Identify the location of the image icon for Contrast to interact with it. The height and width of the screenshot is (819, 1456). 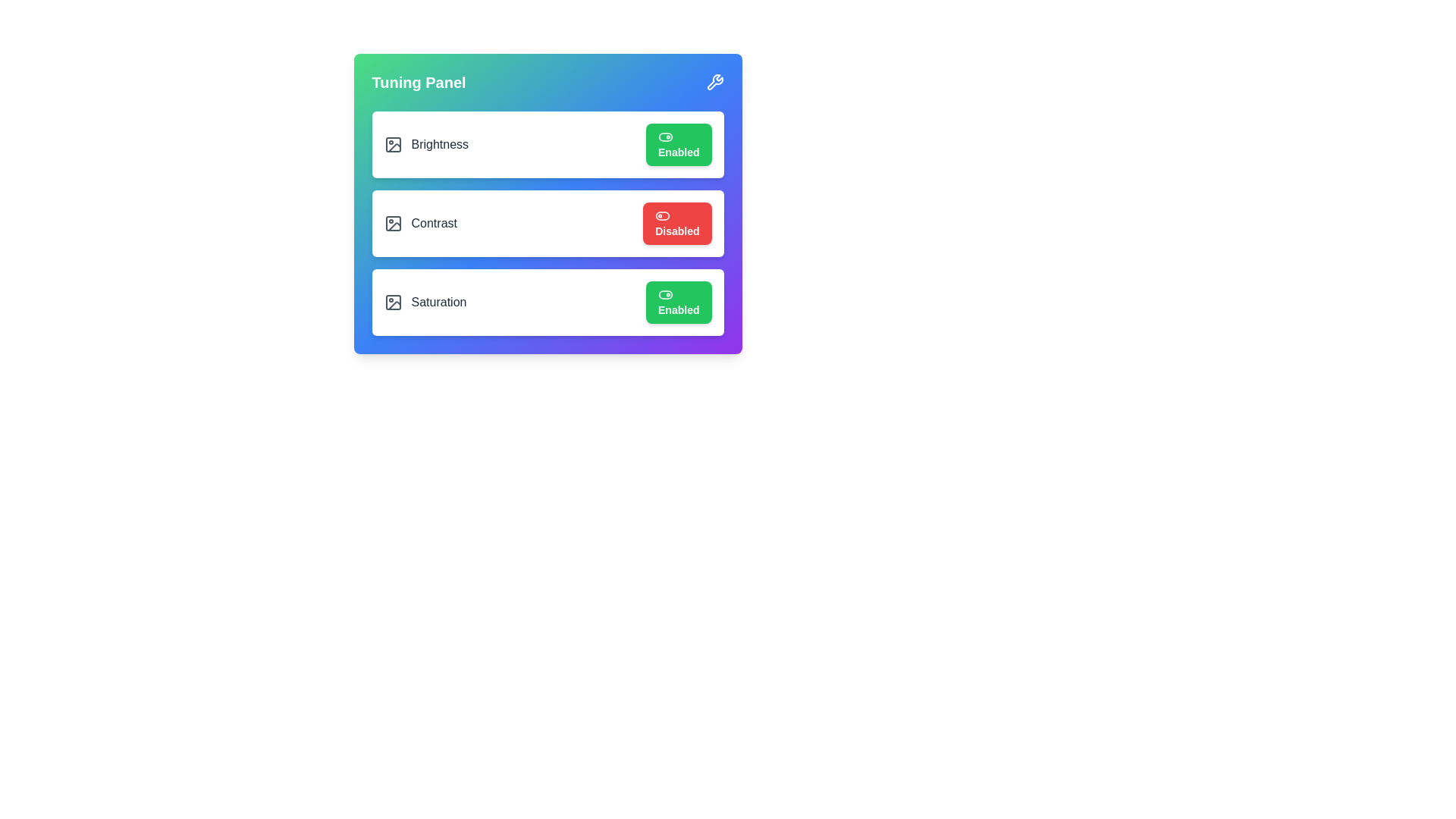
(393, 223).